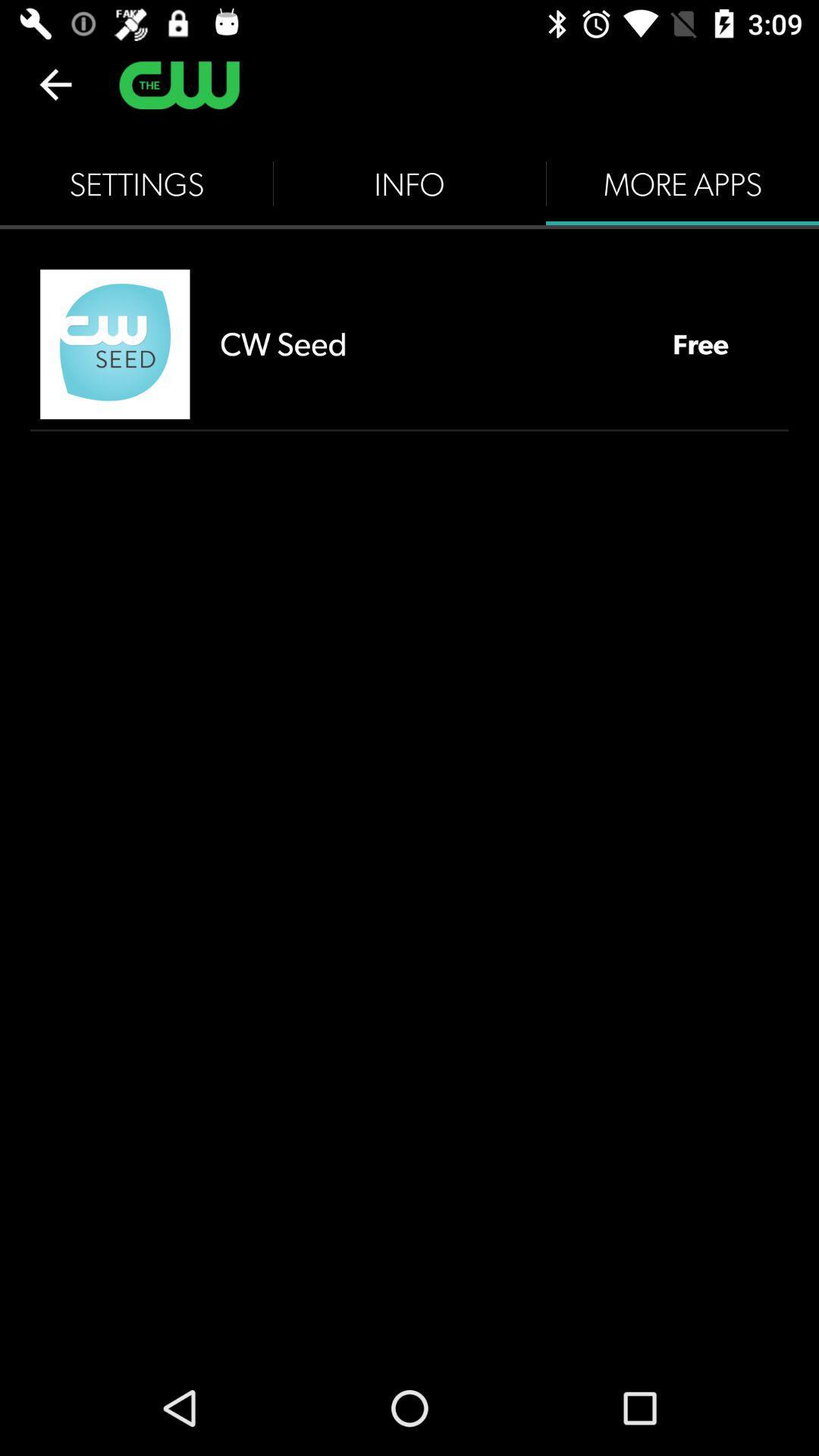 This screenshot has height=1456, width=819. Describe the element at coordinates (681, 184) in the screenshot. I see `the more apps item` at that location.